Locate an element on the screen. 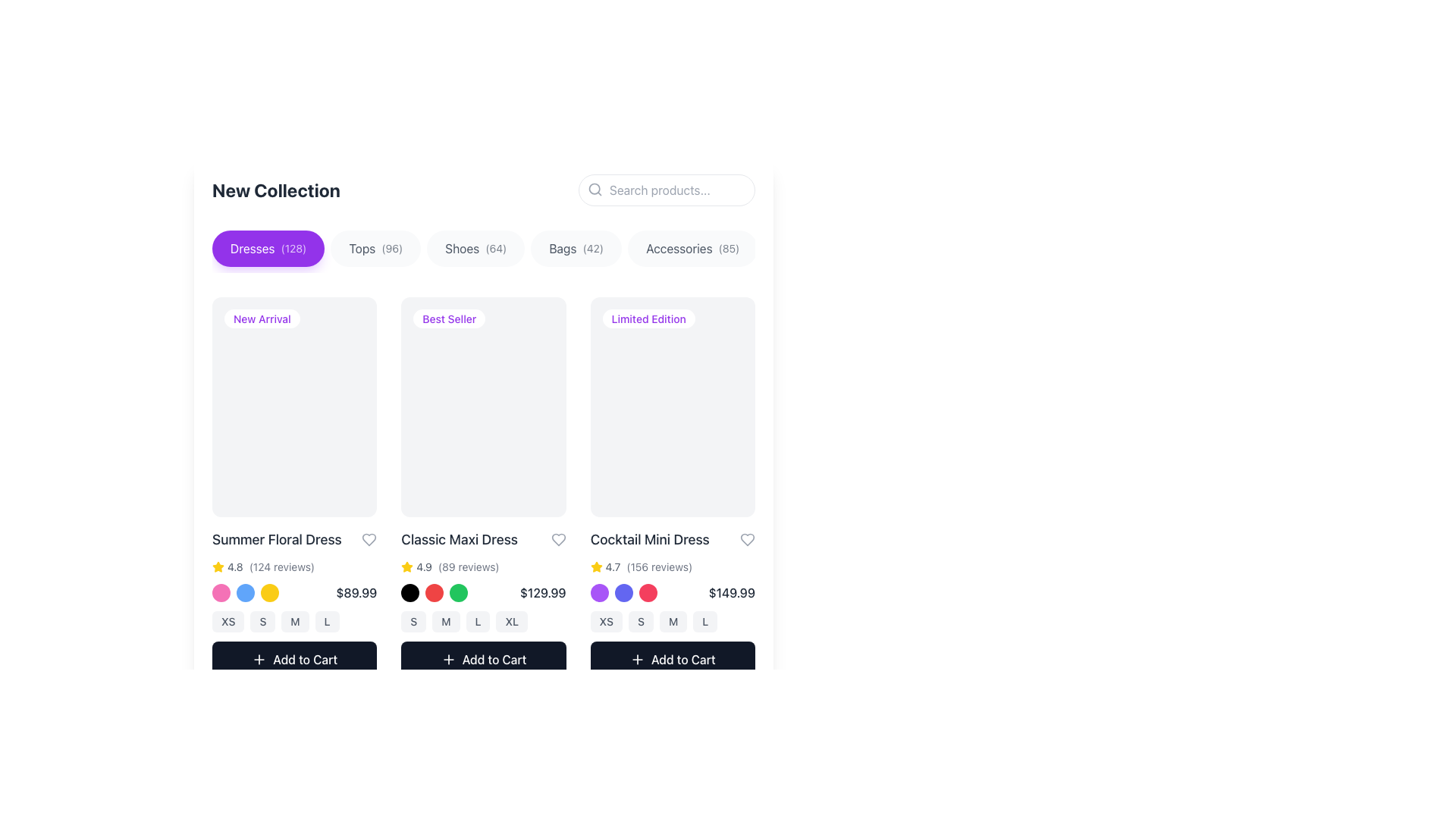 The width and height of the screenshot is (1456, 819). the 'Tops' button, which is a rounded rectangular button with a light gray background and contains the text 'Tops (96)', to filter by 'Tops' is located at coordinates (375, 247).